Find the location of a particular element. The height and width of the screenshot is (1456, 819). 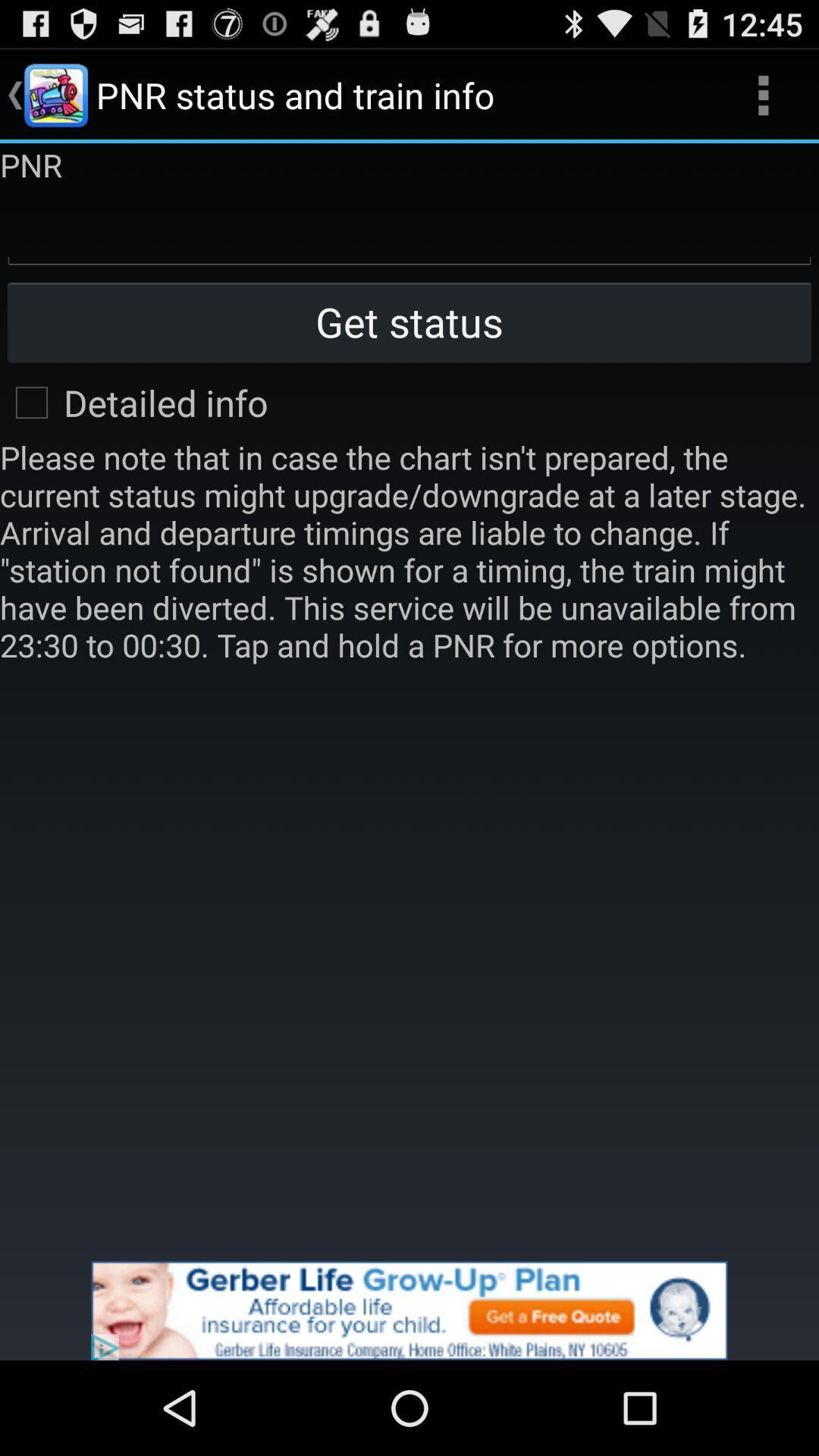

open advertisement is located at coordinates (409, 1310).